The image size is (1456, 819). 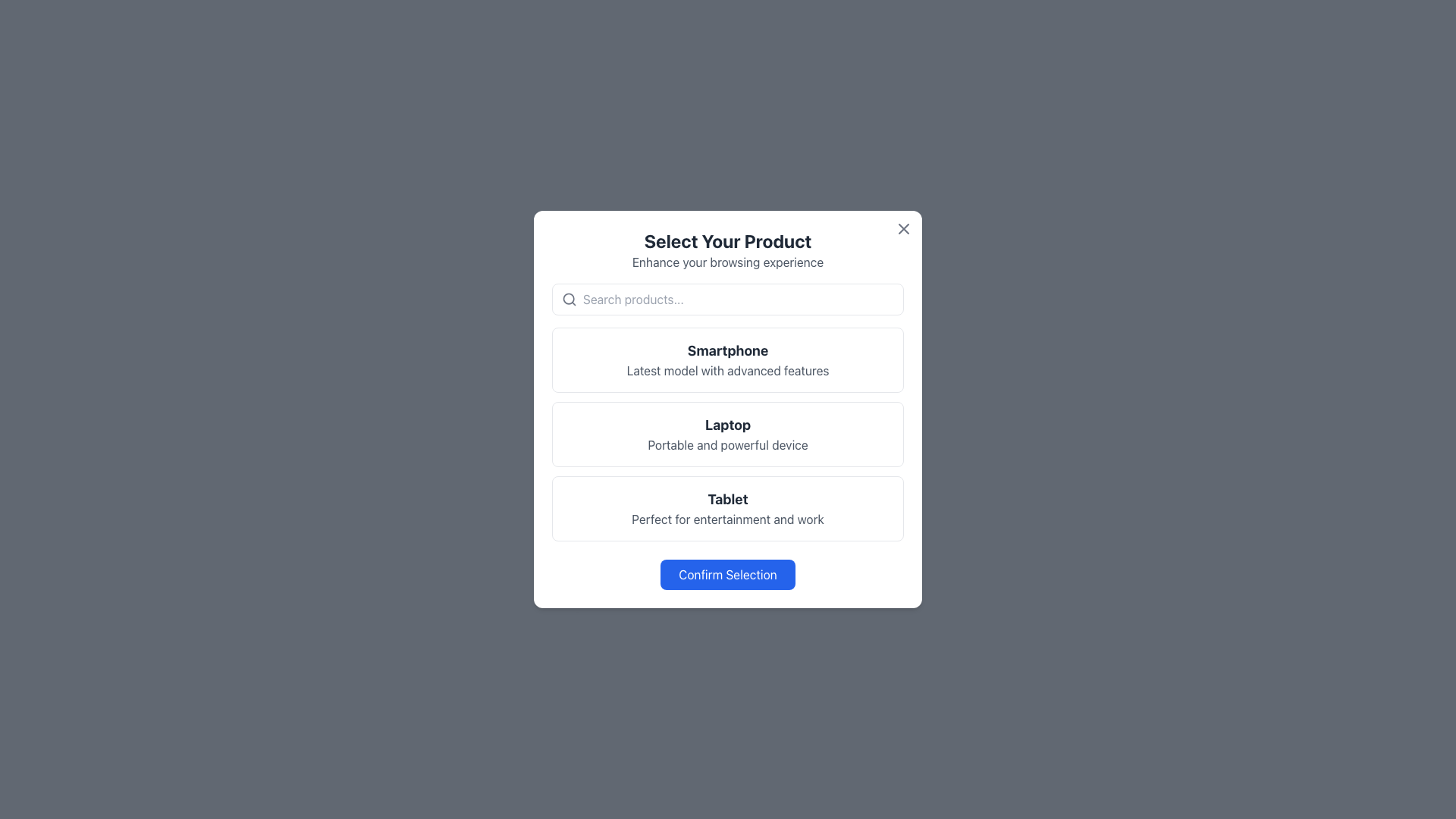 What do you see at coordinates (728, 240) in the screenshot?
I see `the Text Label that serves as a title for the modal, positioned above the text 'Enhance your browsing experience'` at bounding box center [728, 240].